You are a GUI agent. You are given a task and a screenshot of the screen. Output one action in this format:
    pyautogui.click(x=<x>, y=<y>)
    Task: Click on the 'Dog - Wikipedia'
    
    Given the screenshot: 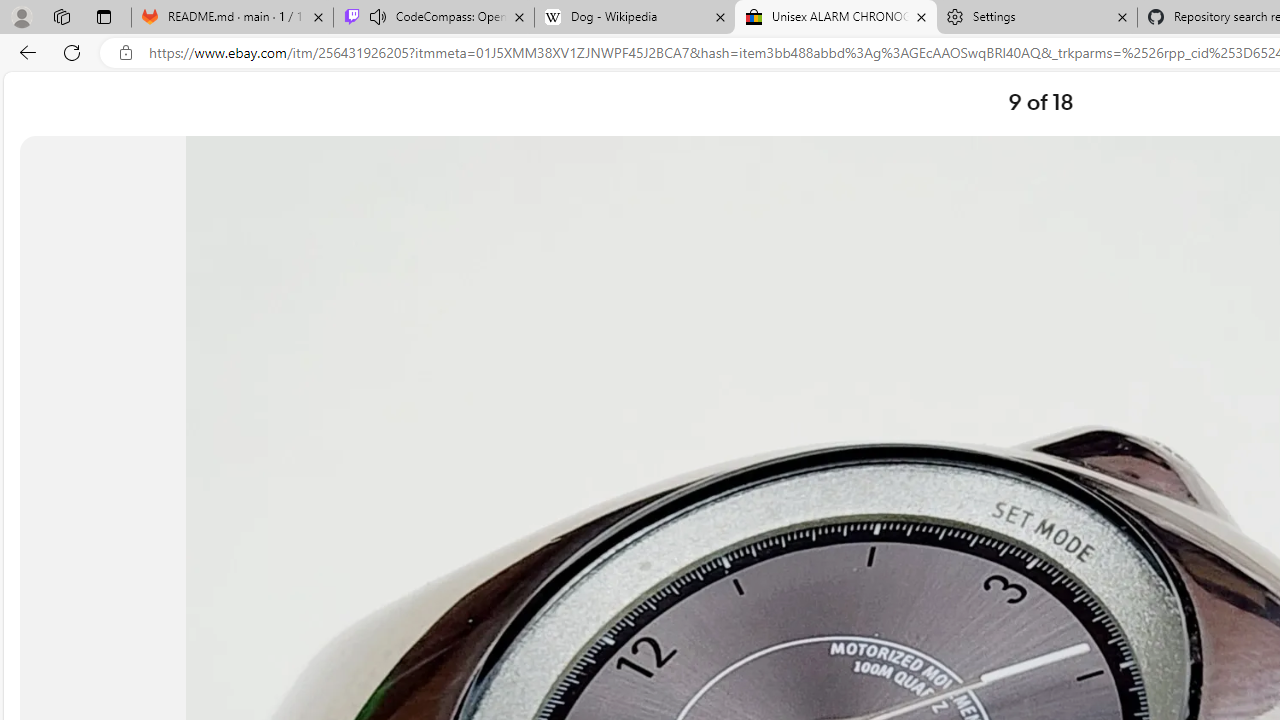 What is the action you would take?
    pyautogui.click(x=633, y=17)
    